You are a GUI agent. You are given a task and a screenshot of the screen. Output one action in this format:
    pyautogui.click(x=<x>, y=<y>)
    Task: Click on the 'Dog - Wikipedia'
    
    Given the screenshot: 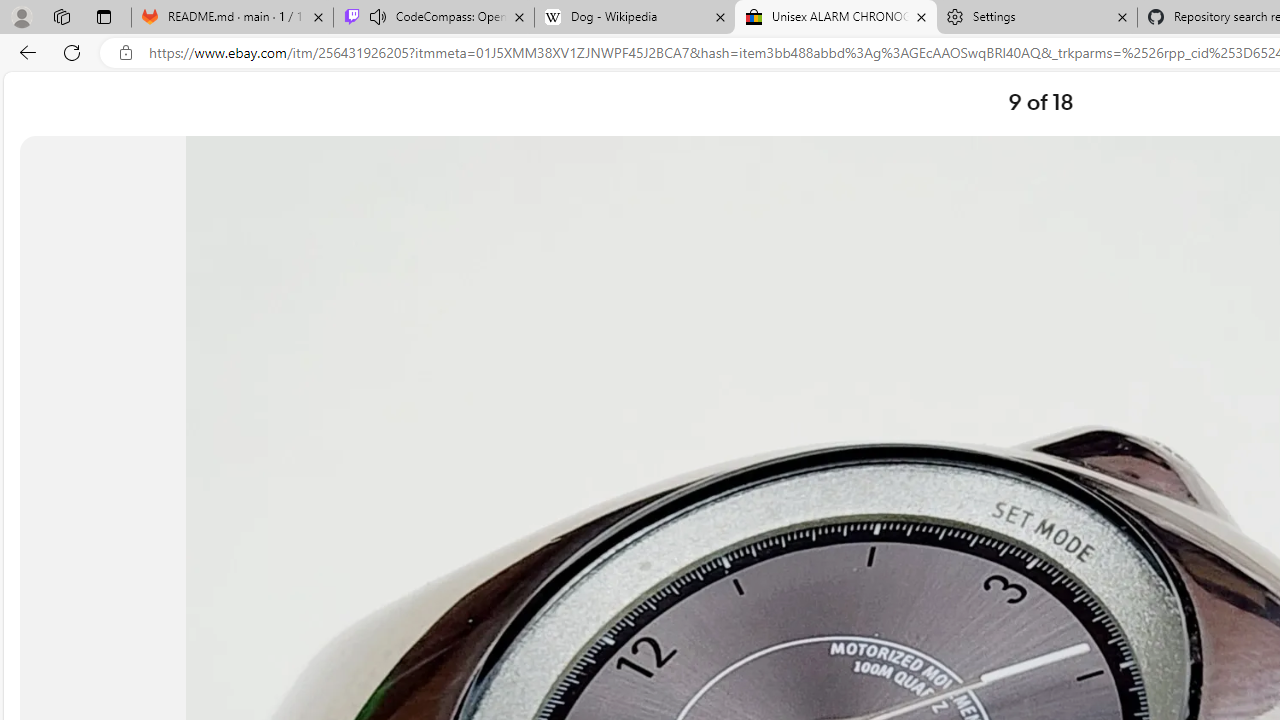 What is the action you would take?
    pyautogui.click(x=633, y=17)
    